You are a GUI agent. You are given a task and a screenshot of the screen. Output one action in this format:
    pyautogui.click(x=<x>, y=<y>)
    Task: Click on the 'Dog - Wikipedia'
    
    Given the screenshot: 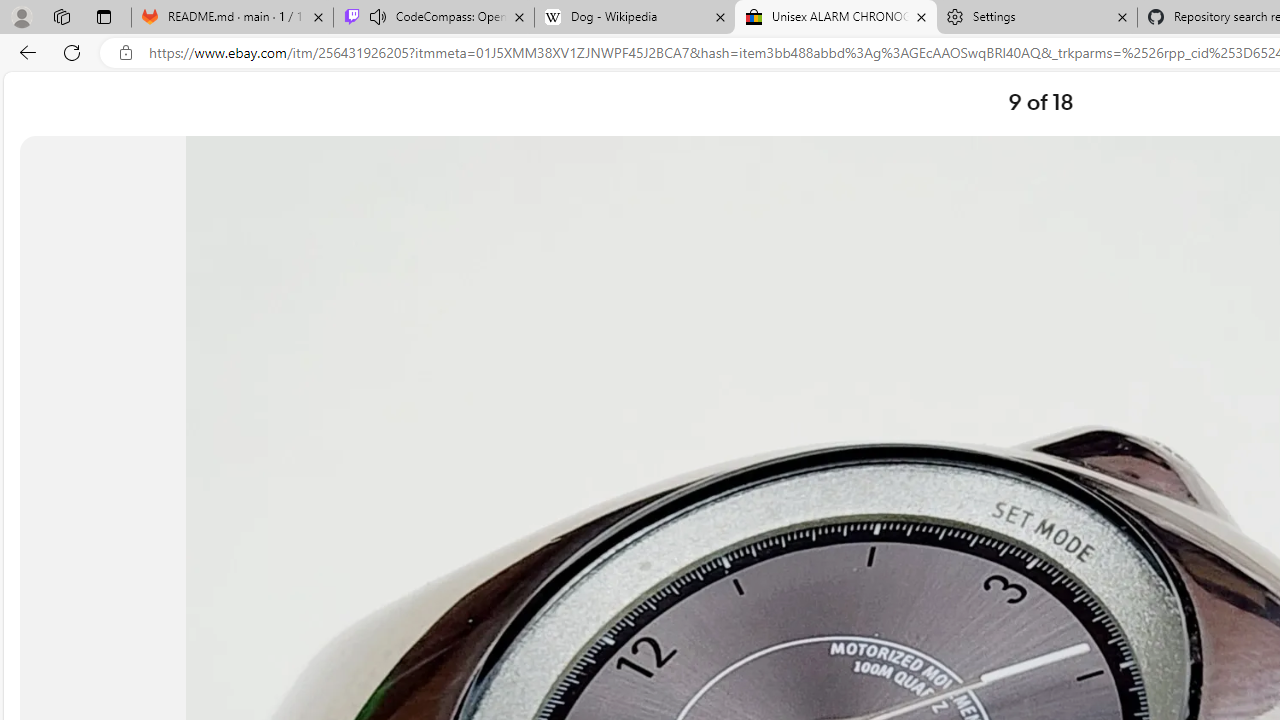 What is the action you would take?
    pyautogui.click(x=633, y=17)
    